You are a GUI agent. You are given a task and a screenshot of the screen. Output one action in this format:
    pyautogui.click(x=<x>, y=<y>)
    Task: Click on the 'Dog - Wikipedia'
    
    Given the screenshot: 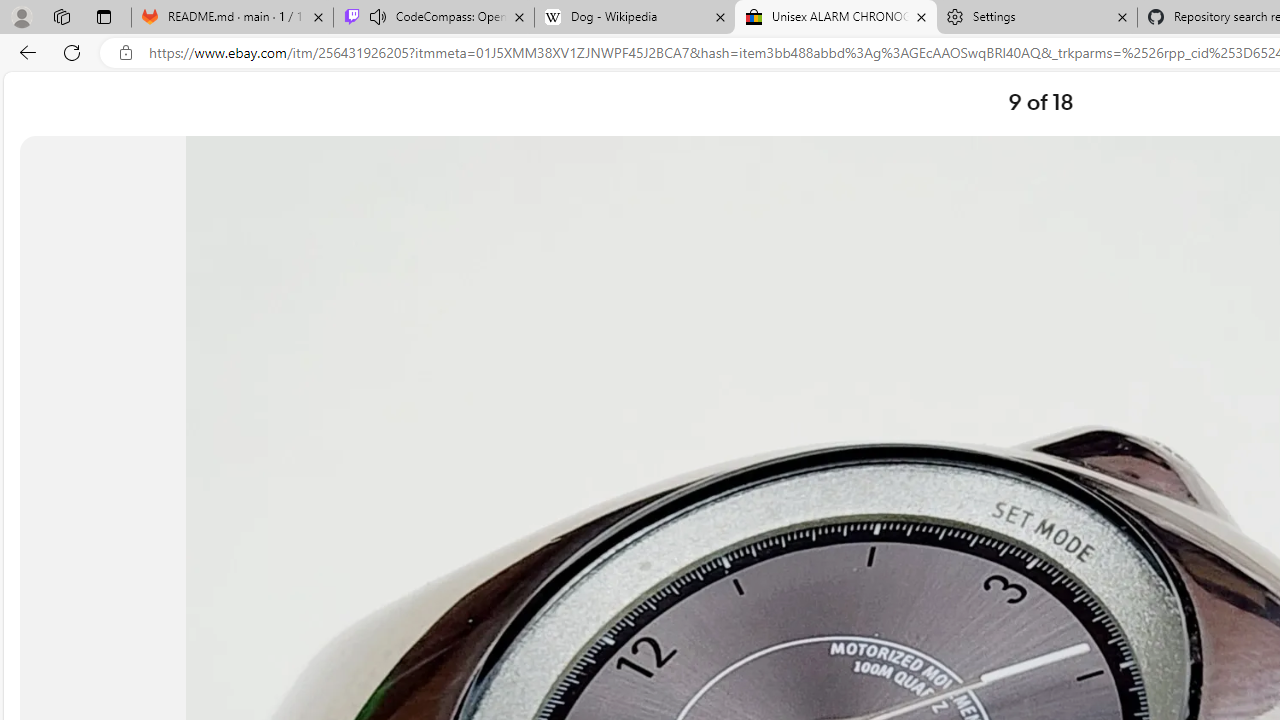 What is the action you would take?
    pyautogui.click(x=633, y=17)
    